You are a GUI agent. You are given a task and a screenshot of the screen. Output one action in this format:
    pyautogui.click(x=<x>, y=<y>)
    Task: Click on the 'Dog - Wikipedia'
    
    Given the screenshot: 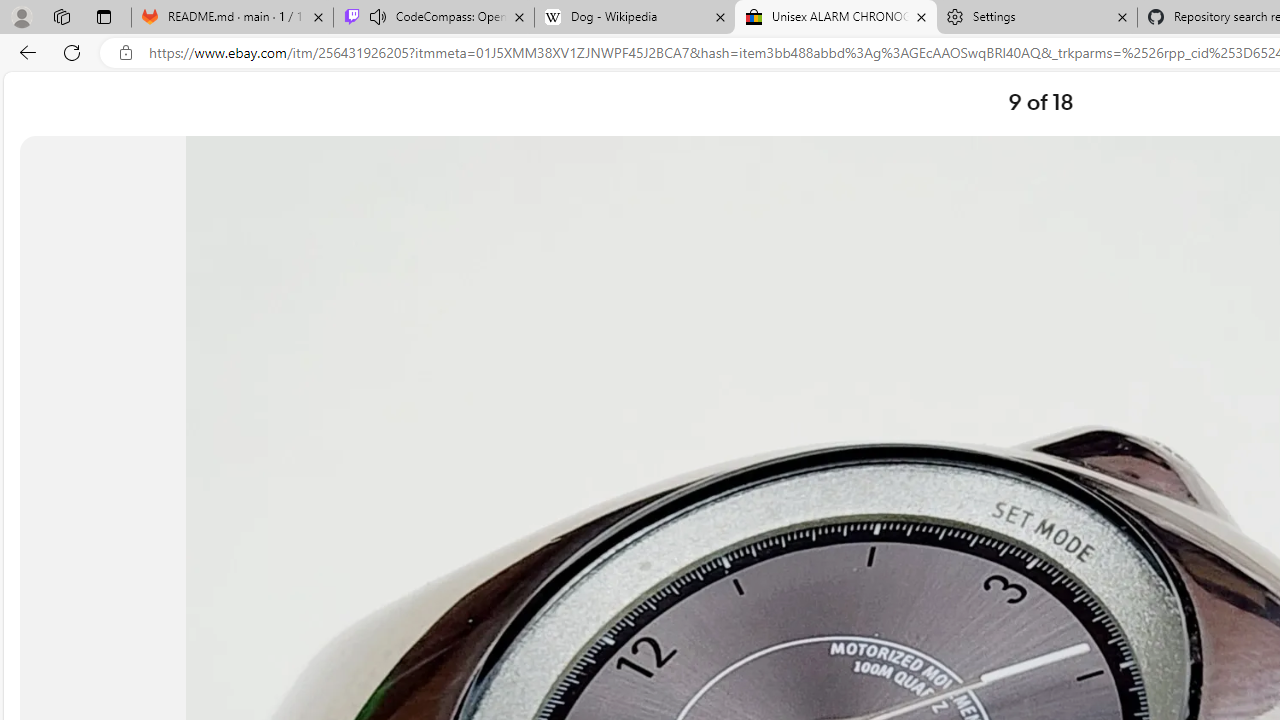 What is the action you would take?
    pyautogui.click(x=633, y=17)
    